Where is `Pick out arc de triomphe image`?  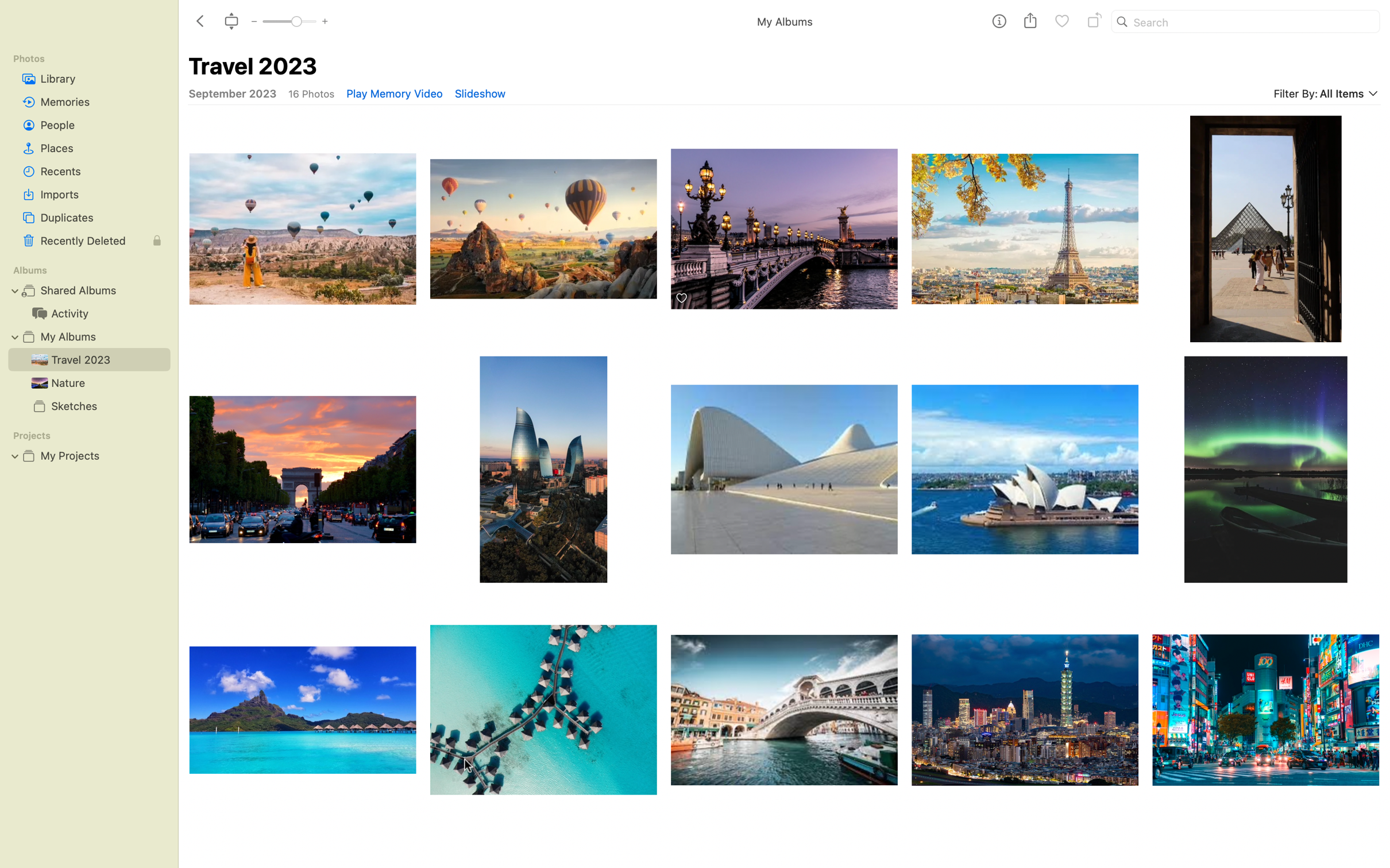
Pick out arc de triomphe image is located at coordinates (300, 470).